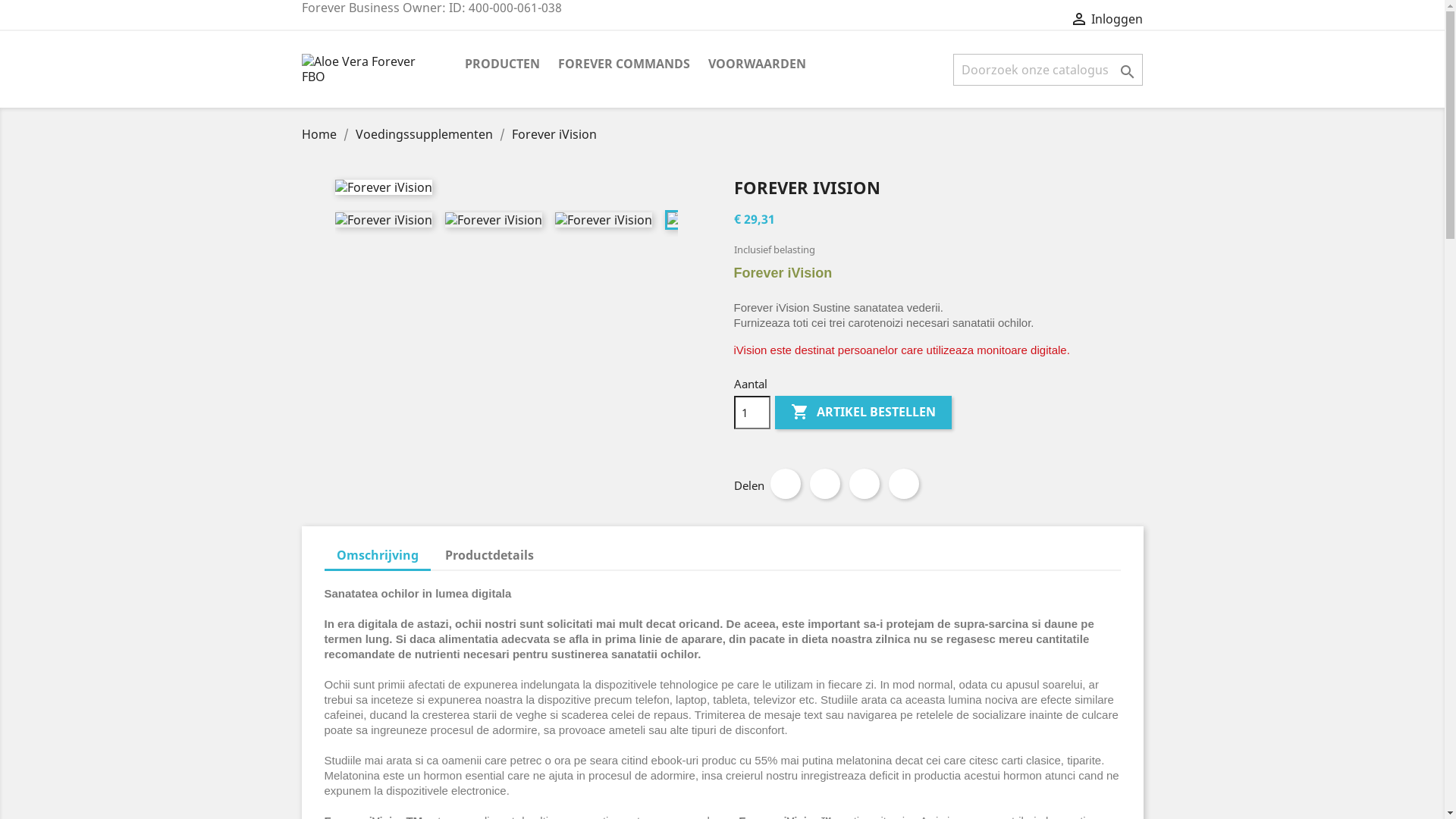 The image size is (1456, 819). I want to click on 'Forever iVision', so click(603, 219).